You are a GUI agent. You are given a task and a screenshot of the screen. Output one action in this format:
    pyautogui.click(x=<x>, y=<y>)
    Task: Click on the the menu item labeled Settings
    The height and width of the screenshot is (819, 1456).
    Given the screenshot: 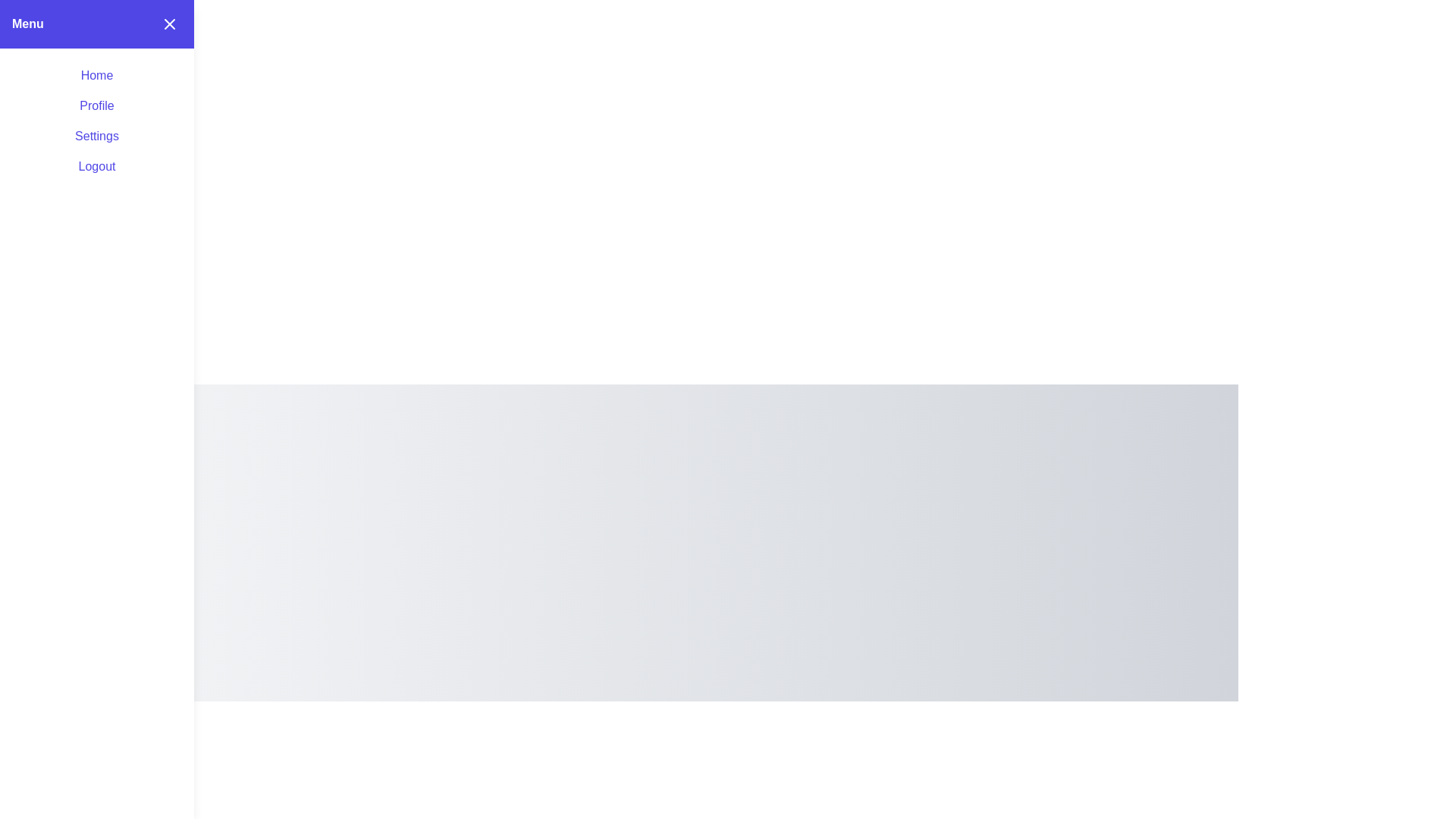 What is the action you would take?
    pyautogui.click(x=96, y=135)
    